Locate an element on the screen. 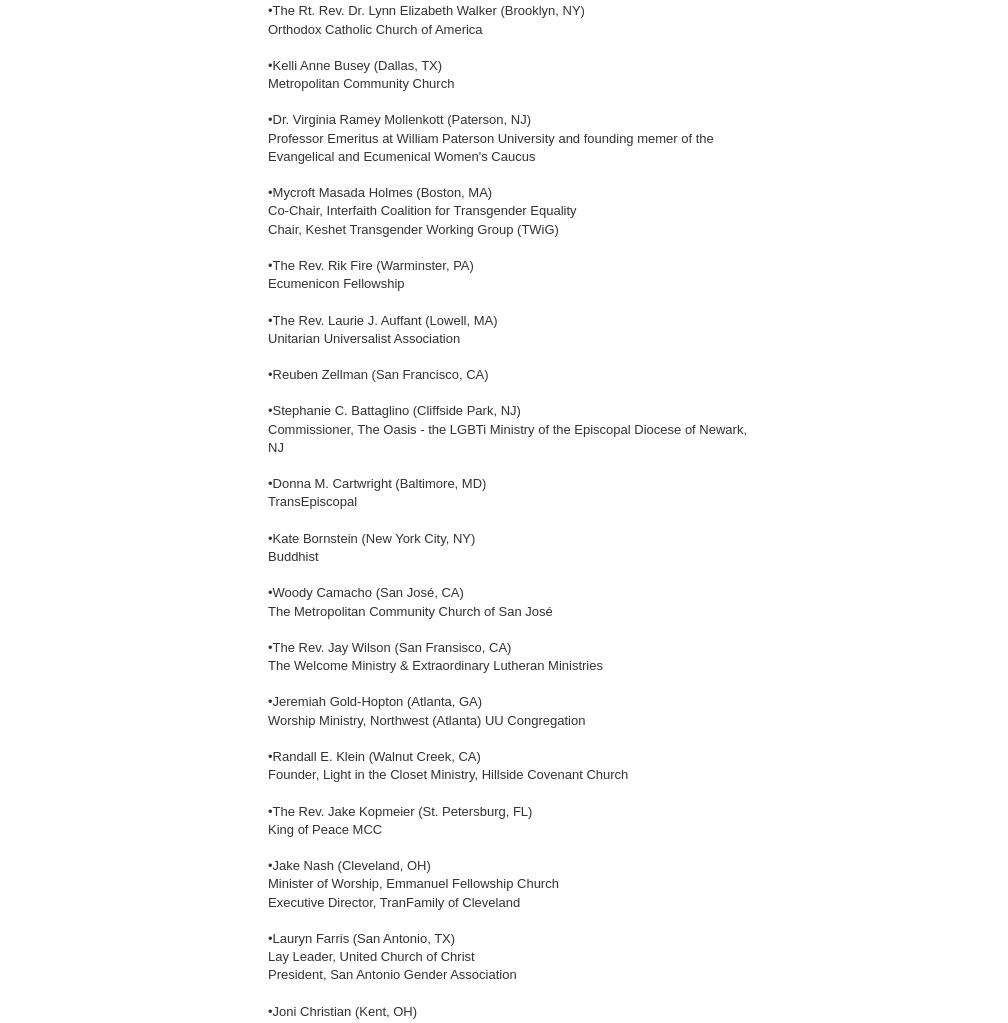 This screenshot has width=1008, height=1023. 'Worship Ministry, Northwest (Atlanta) UU Congregation' is located at coordinates (426, 719).